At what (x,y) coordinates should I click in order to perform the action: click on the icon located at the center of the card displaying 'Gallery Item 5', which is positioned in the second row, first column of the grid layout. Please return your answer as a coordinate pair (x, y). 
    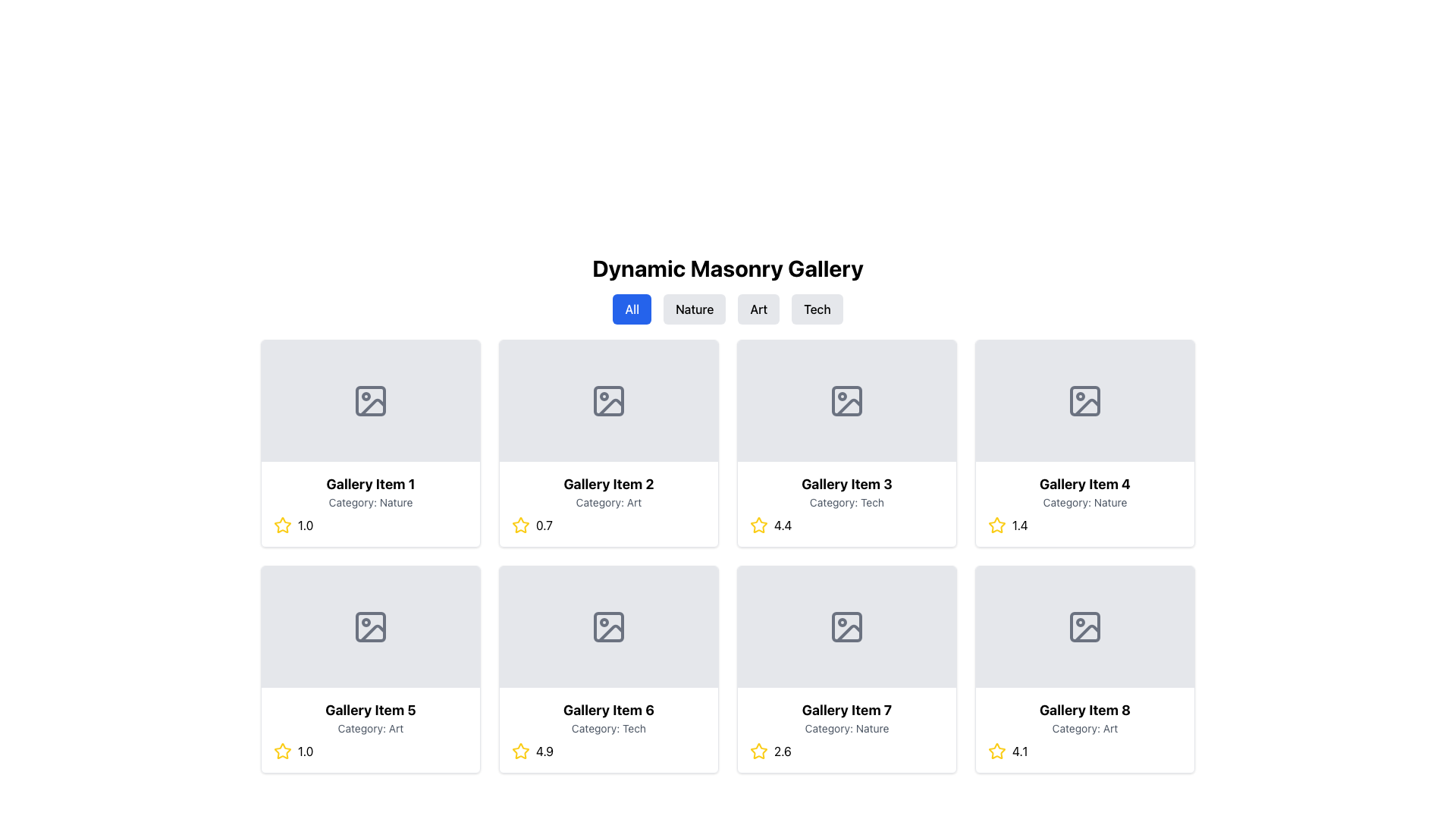
    Looking at the image, I should click on (371, 626).